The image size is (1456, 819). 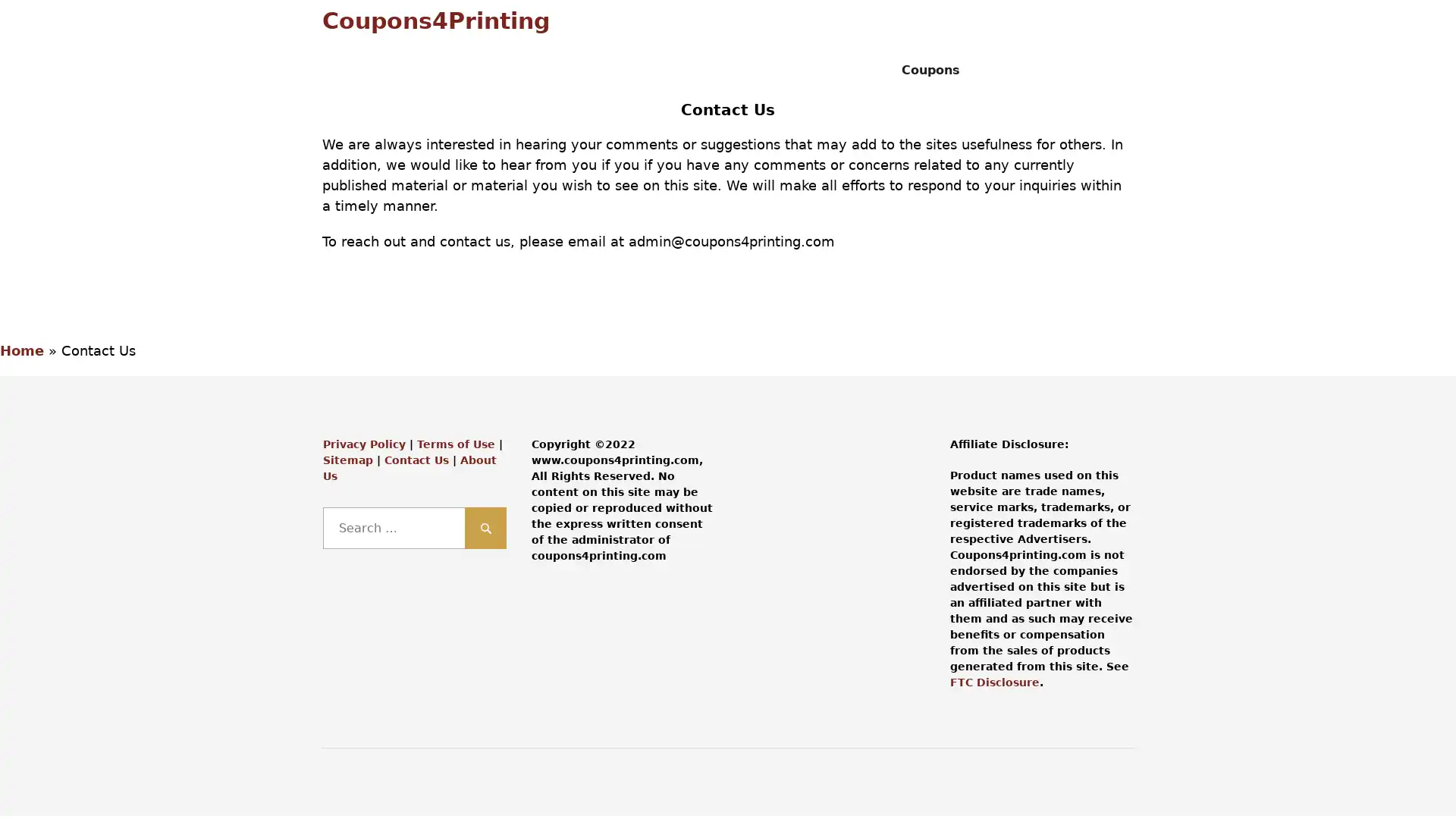 What do you see at coordinates (485, 527) in the screenshot?
I see `Search` at bounding box center [485, 527].